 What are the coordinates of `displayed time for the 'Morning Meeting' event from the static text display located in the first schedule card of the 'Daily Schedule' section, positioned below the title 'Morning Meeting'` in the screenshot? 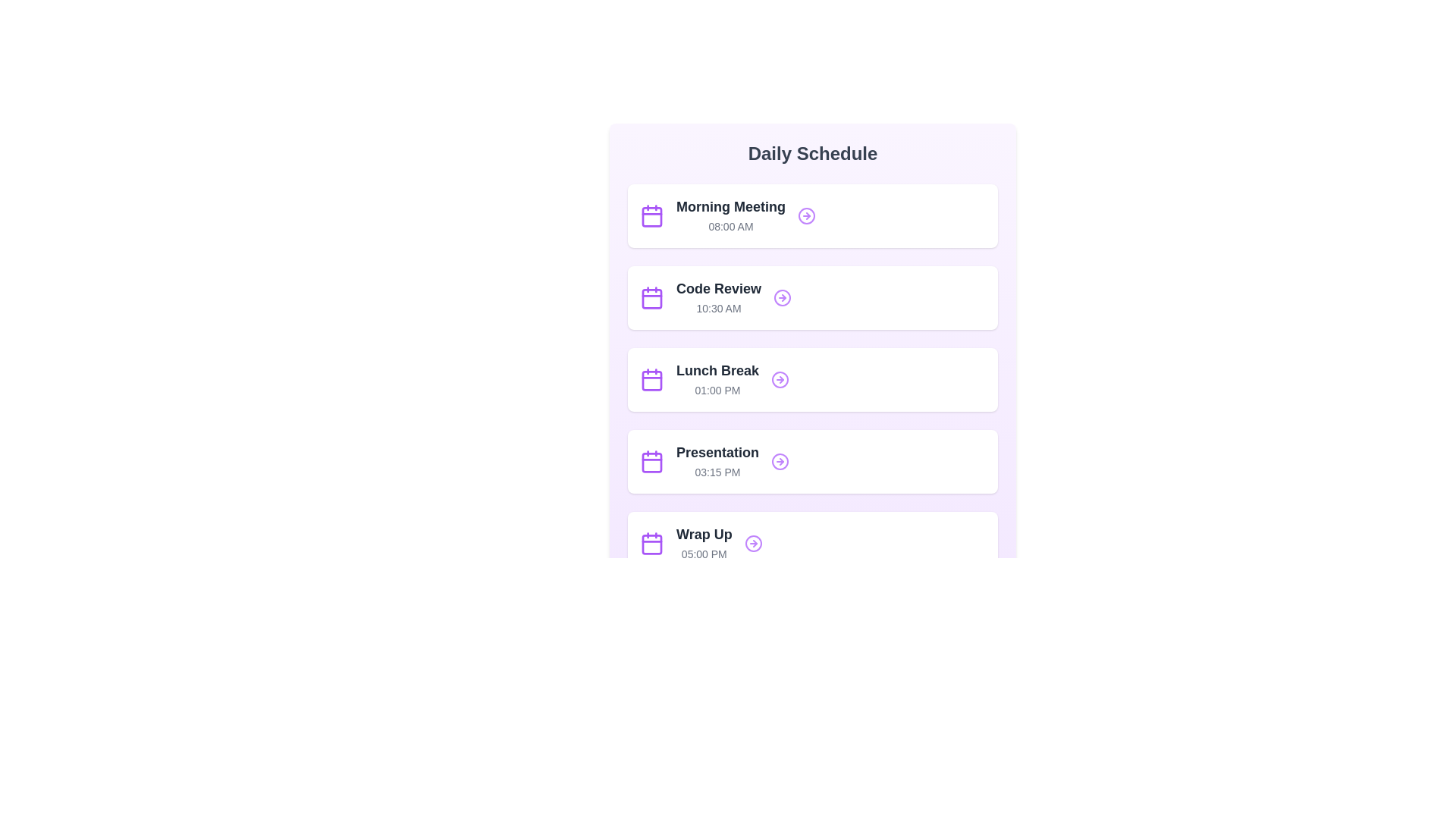 It's located at (731, 227).